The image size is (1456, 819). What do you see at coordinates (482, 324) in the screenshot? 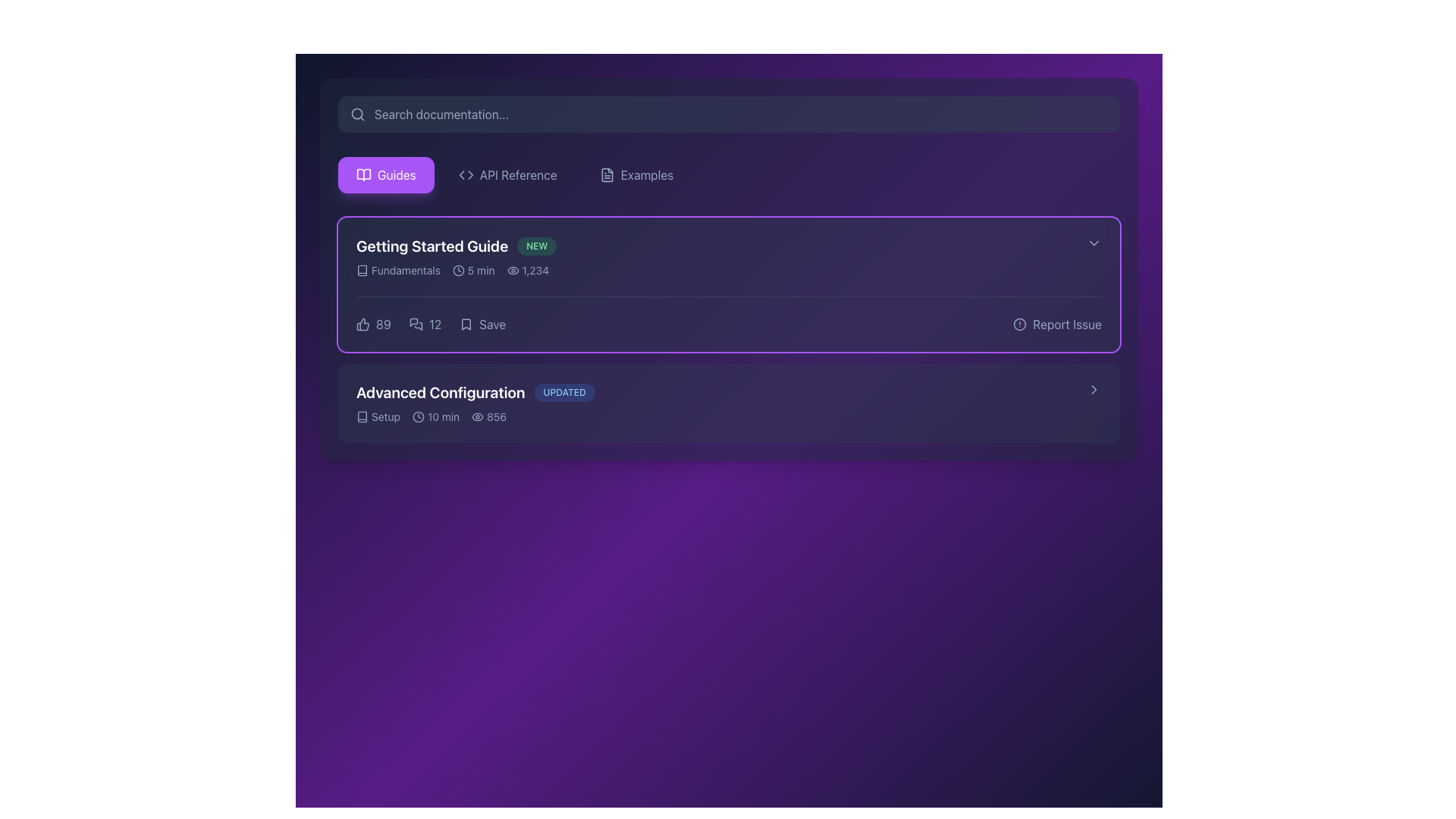
I see `the save button, which is the third interactive element in the list of options on the top item card, positioned after '89' and '12'` at bounding box center [482, 324].